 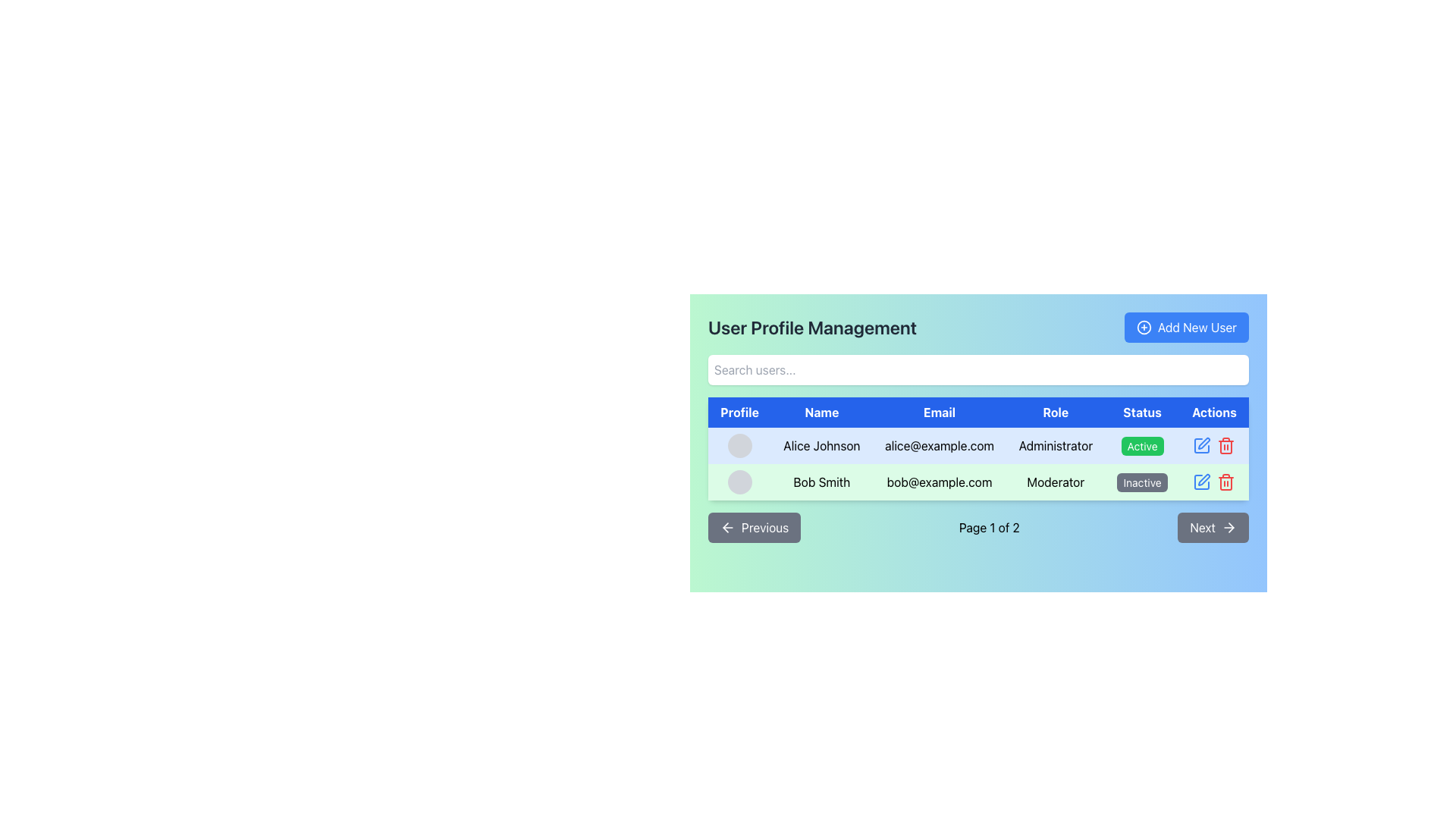 I want to click on the delete icon located in the 'Actions' column of the top row within the user data table, adjacent to user details, so click(x=1214, y=444).